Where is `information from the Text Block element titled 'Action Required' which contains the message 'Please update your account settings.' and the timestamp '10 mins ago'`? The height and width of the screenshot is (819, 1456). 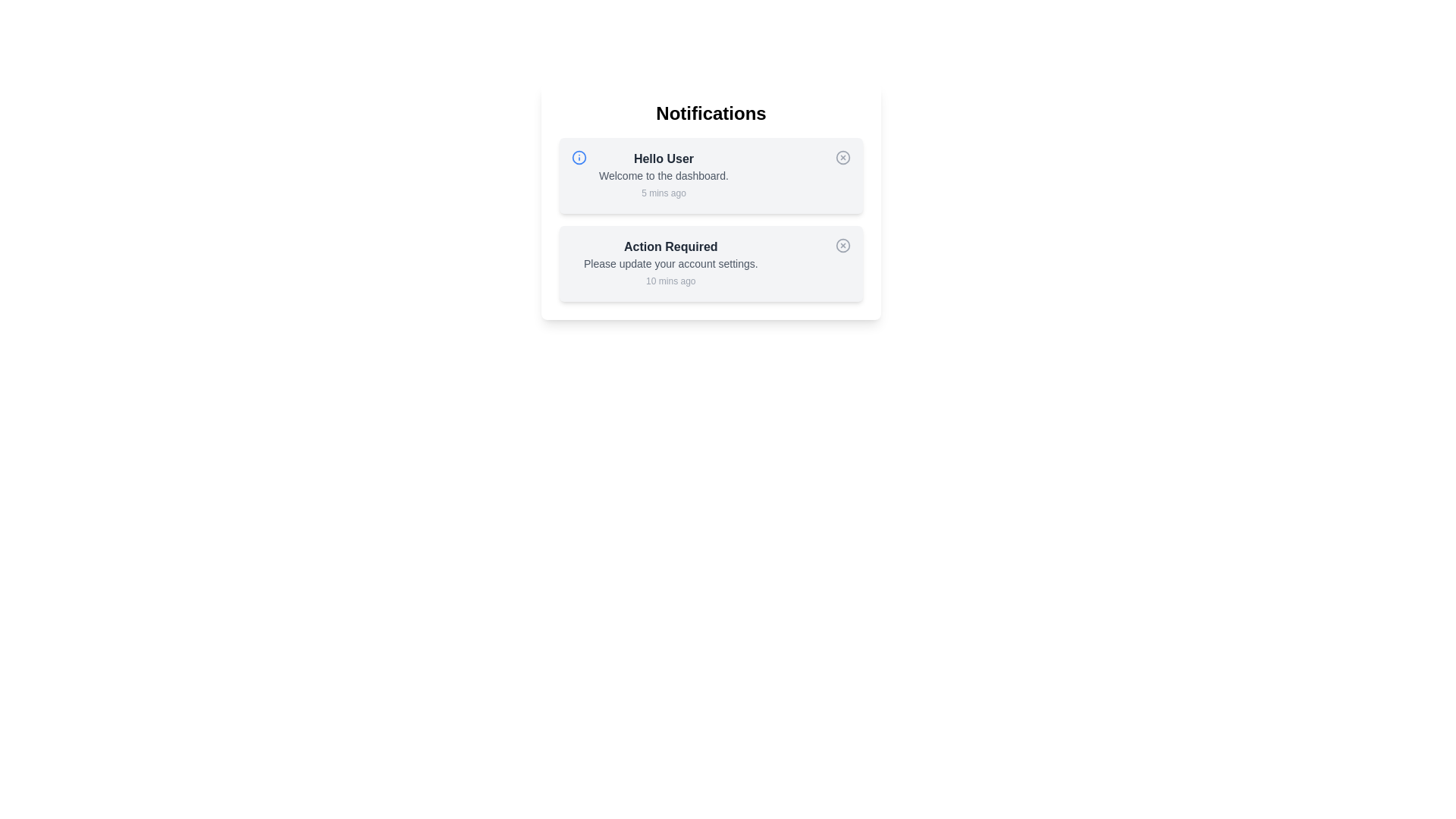 information from the Text Block element titled 'Action Required' which contains the message 'Please update your account settings.' and the timestamp '10 mins ago' is located at coordinates (670, 262).